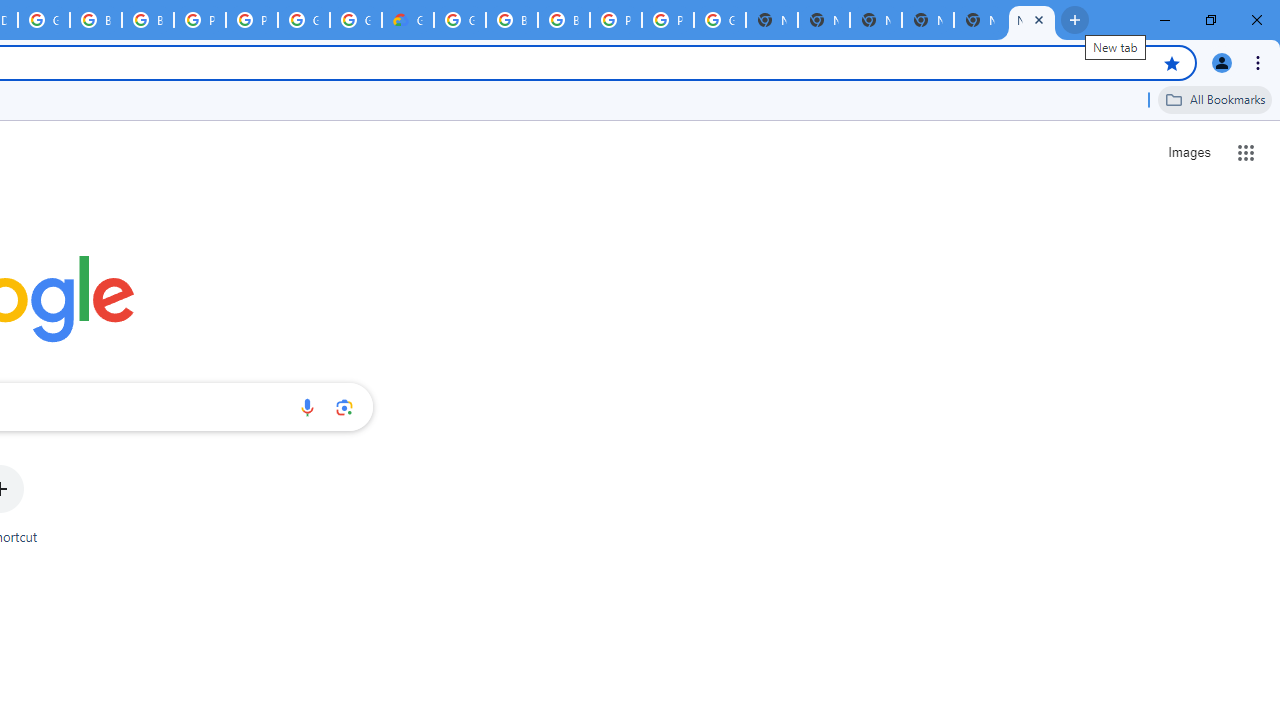 This screenshot has width=1280, height=720. What do you see at coordinates (406, 20) in the screenshot?
I see `'Google Cloud Estimate Summary'` at bounding box center [406, 20].